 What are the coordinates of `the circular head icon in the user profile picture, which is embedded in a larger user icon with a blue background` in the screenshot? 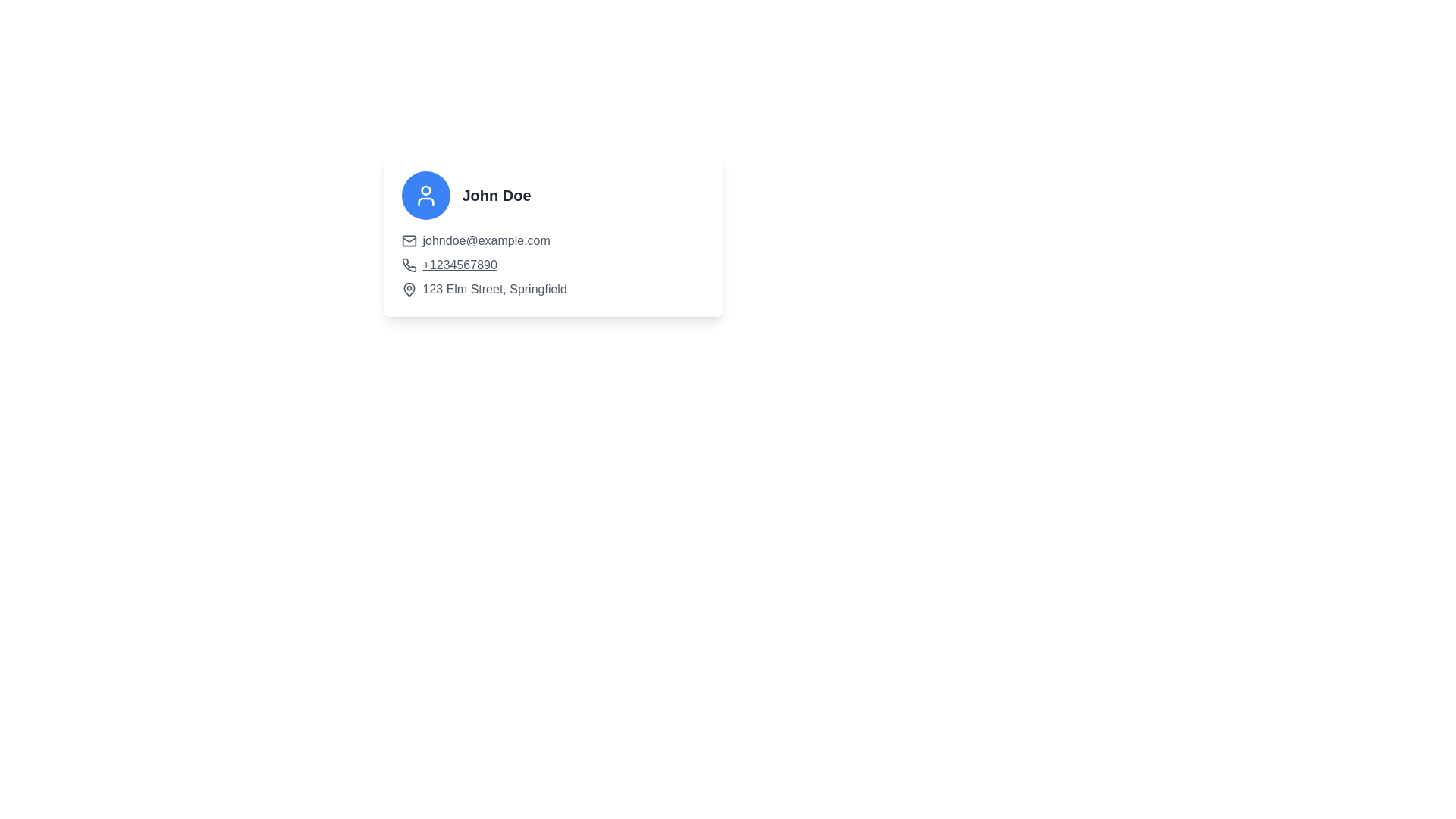 It's located at (425, 190).